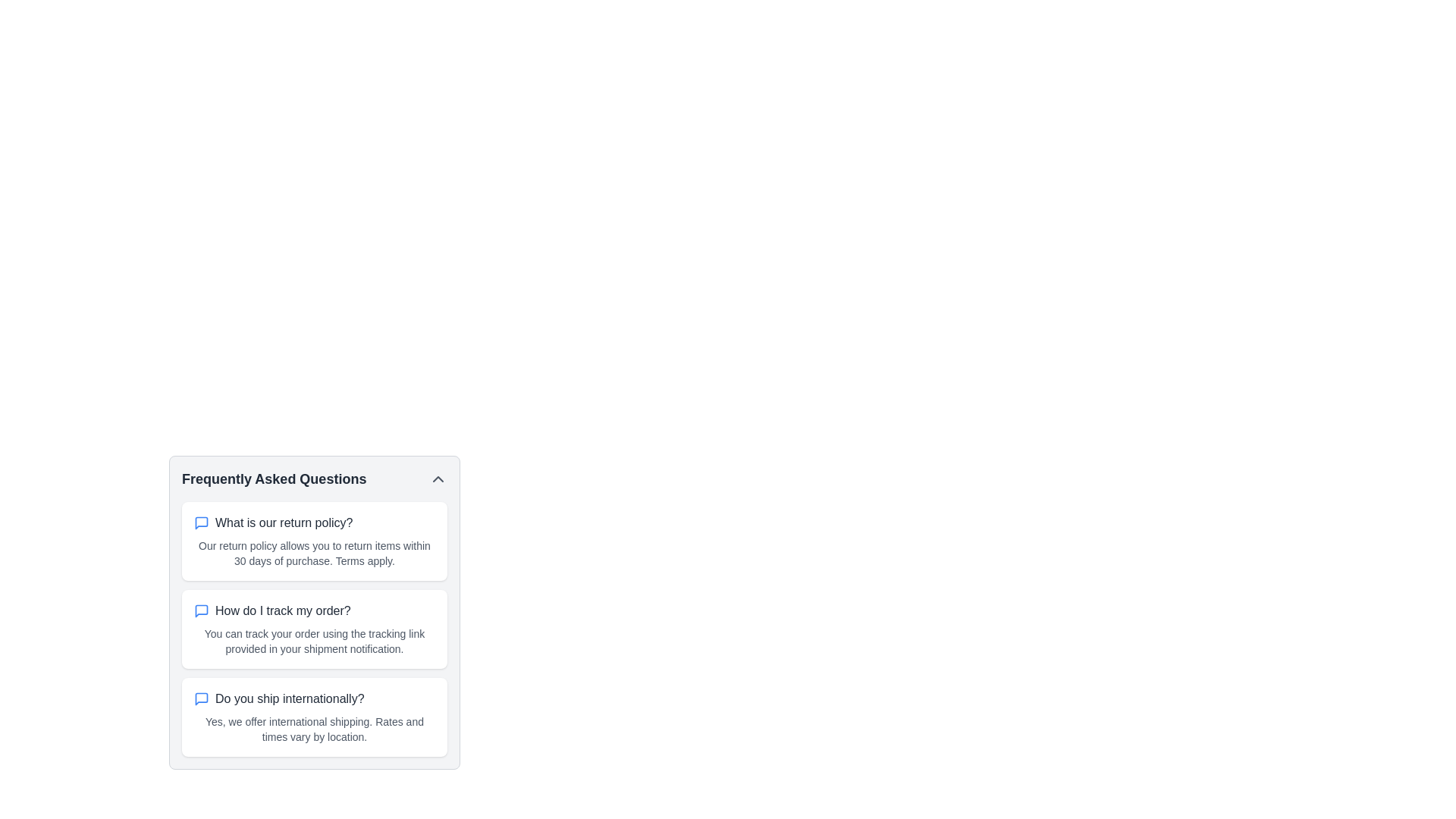 The height and width of the screenshot is (819, 1456). Describe the element at coordinates (284, 522) in the screenshot. I see `the text label that serves as a heading for the FAQ item, located to the right of a blue speech bubble icon` at that location.